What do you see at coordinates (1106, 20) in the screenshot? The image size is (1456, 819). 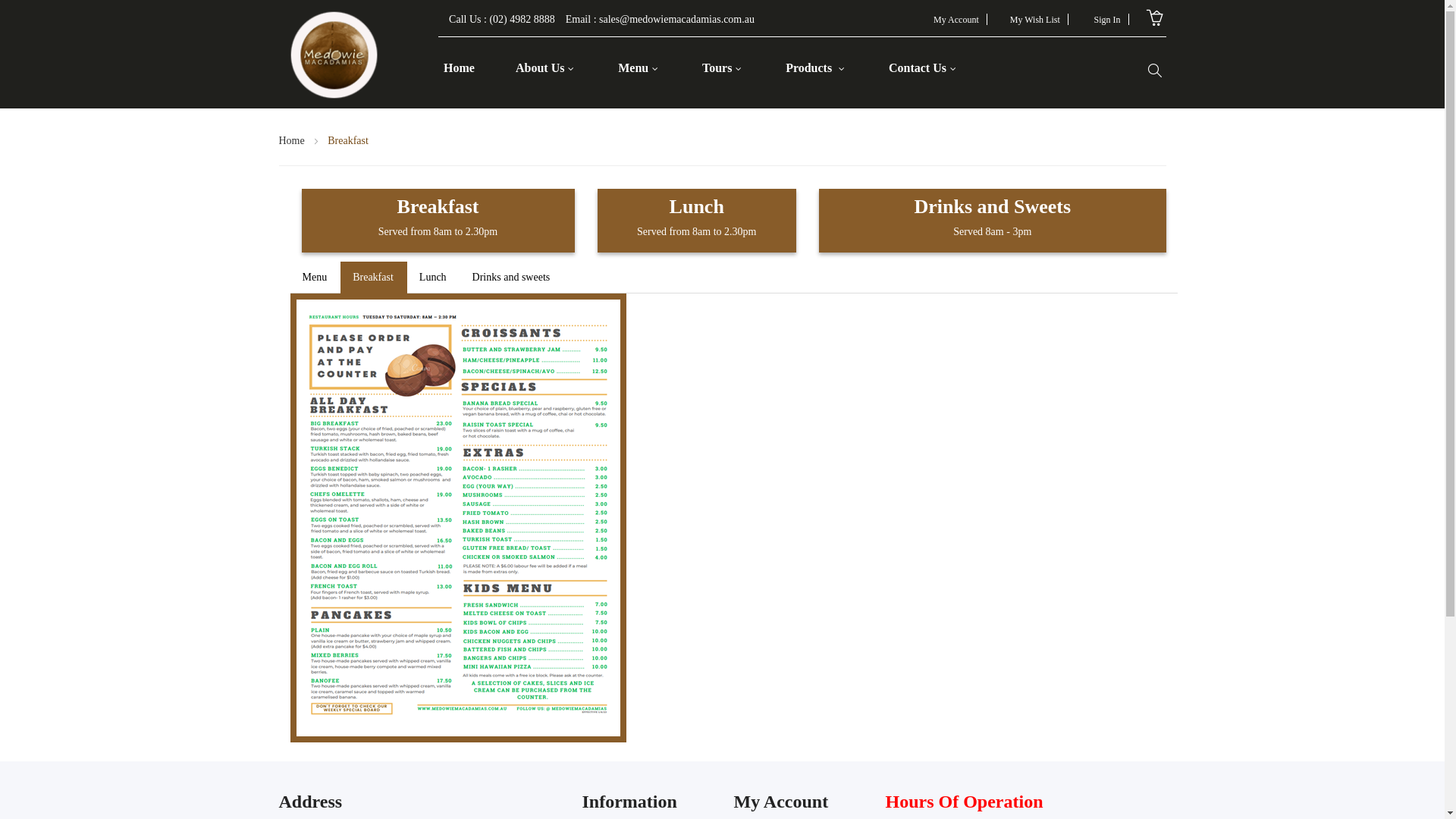 I see `'Sign In'` at bounding box center [1106, 20].